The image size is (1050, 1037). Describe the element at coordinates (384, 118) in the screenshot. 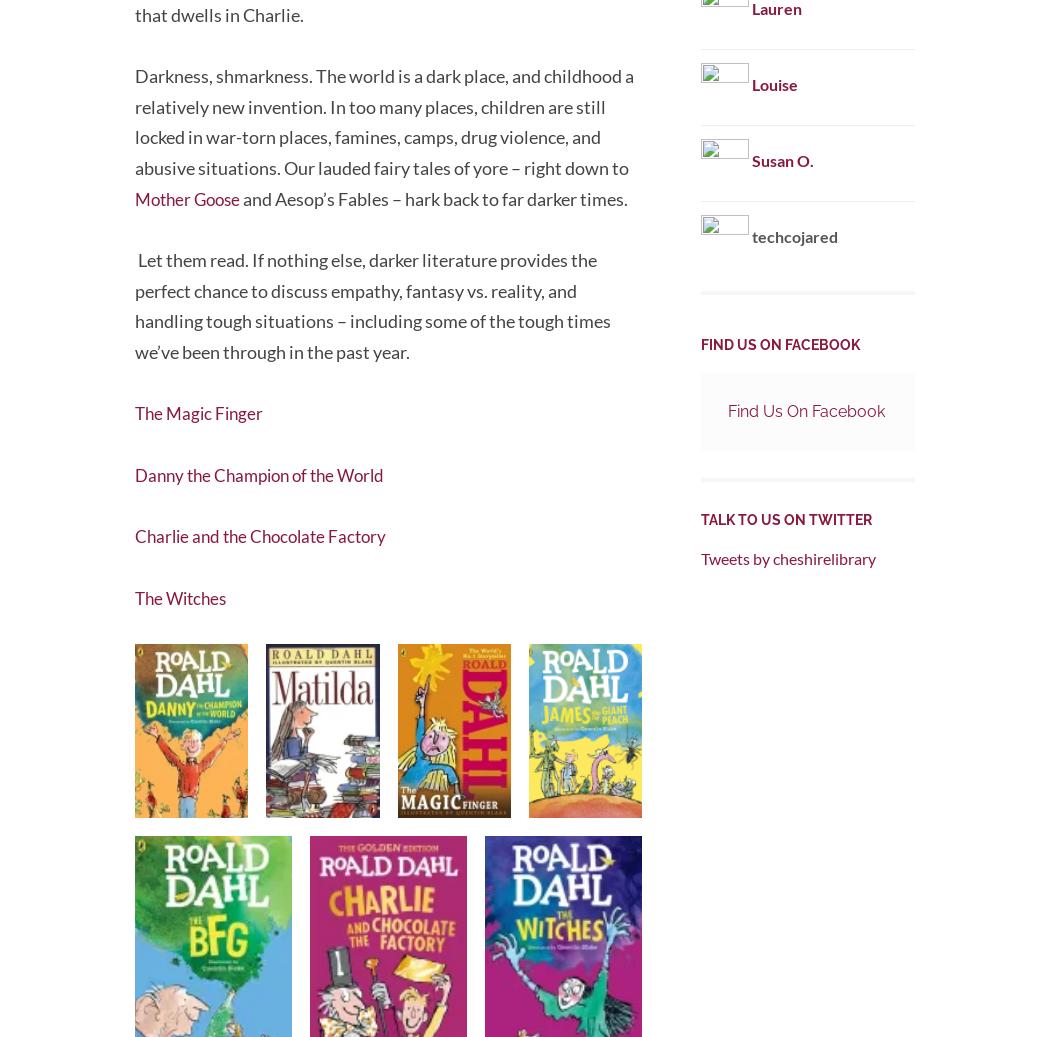

I see `'Darkness, shmarkness. The world is a dark place, and childhood a relatively new invention. In too many places, children are still locked in war-torn places, famines, camps, drug violence, and abusive situations. Our lauded fairy tales of yore – right down to'` at that location.